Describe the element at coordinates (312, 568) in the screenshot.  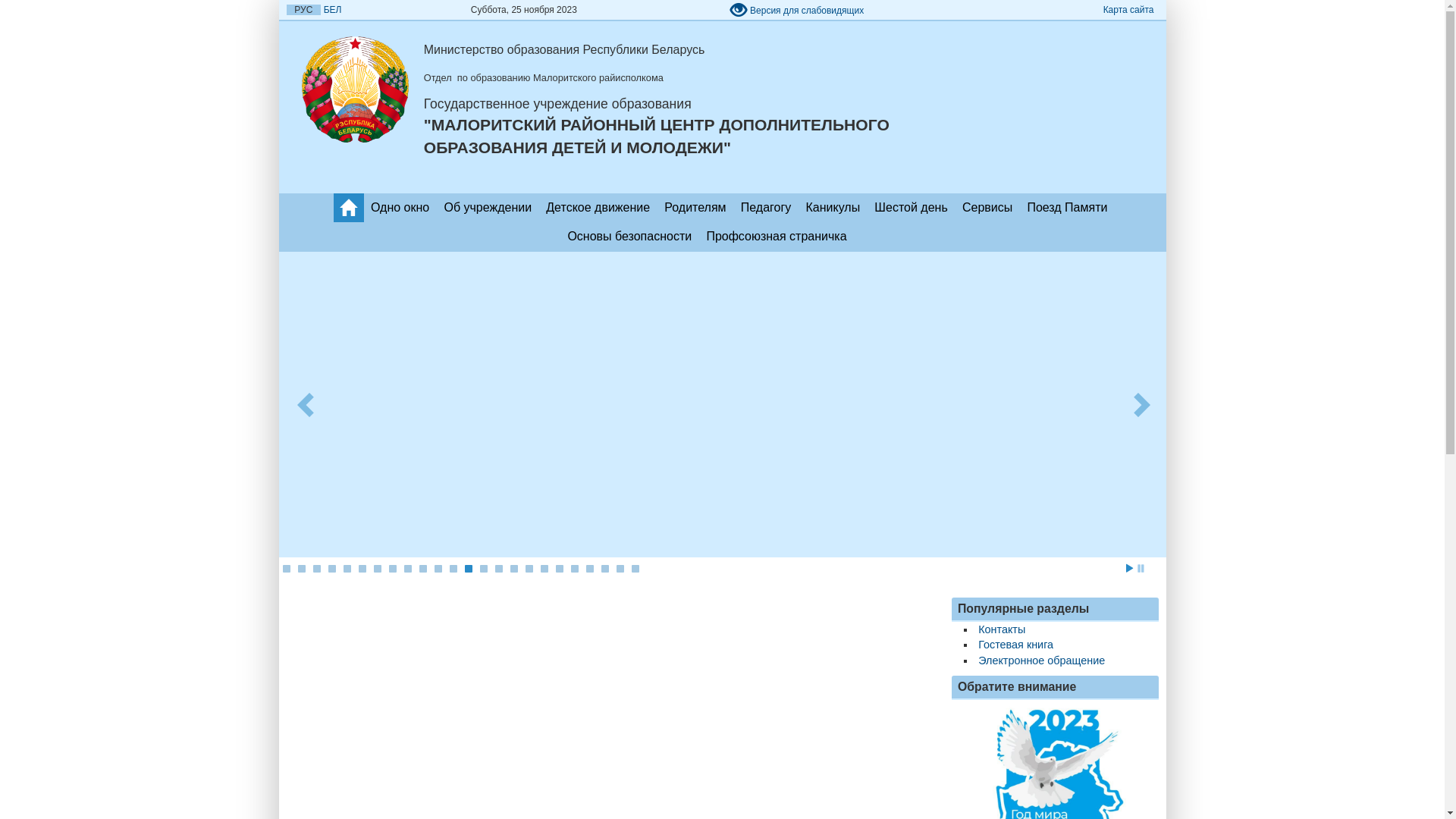
I see `'3'` at that location.